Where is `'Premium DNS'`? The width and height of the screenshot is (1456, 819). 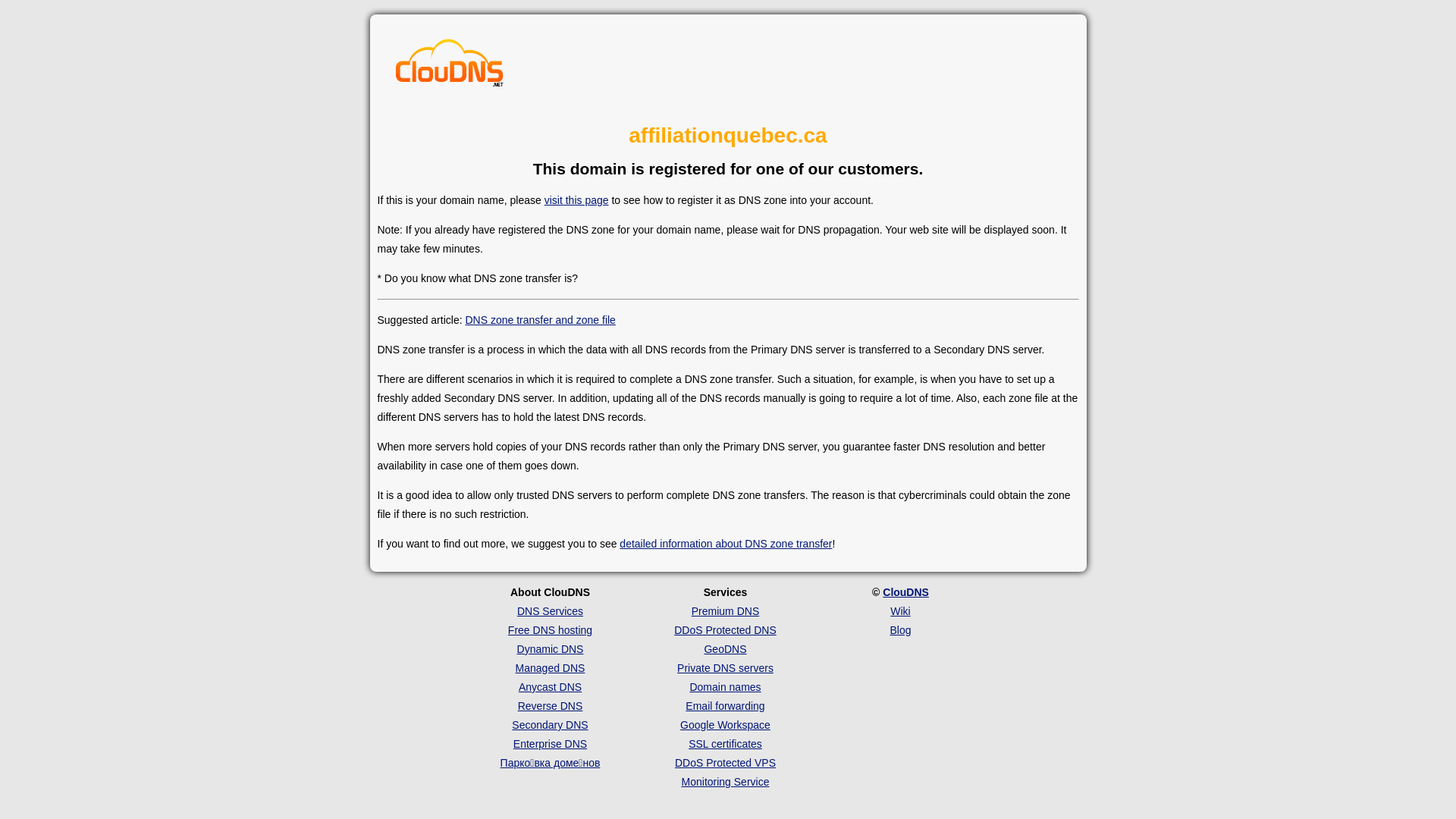 'Premium DNS' is located at coordinates (724, 610).